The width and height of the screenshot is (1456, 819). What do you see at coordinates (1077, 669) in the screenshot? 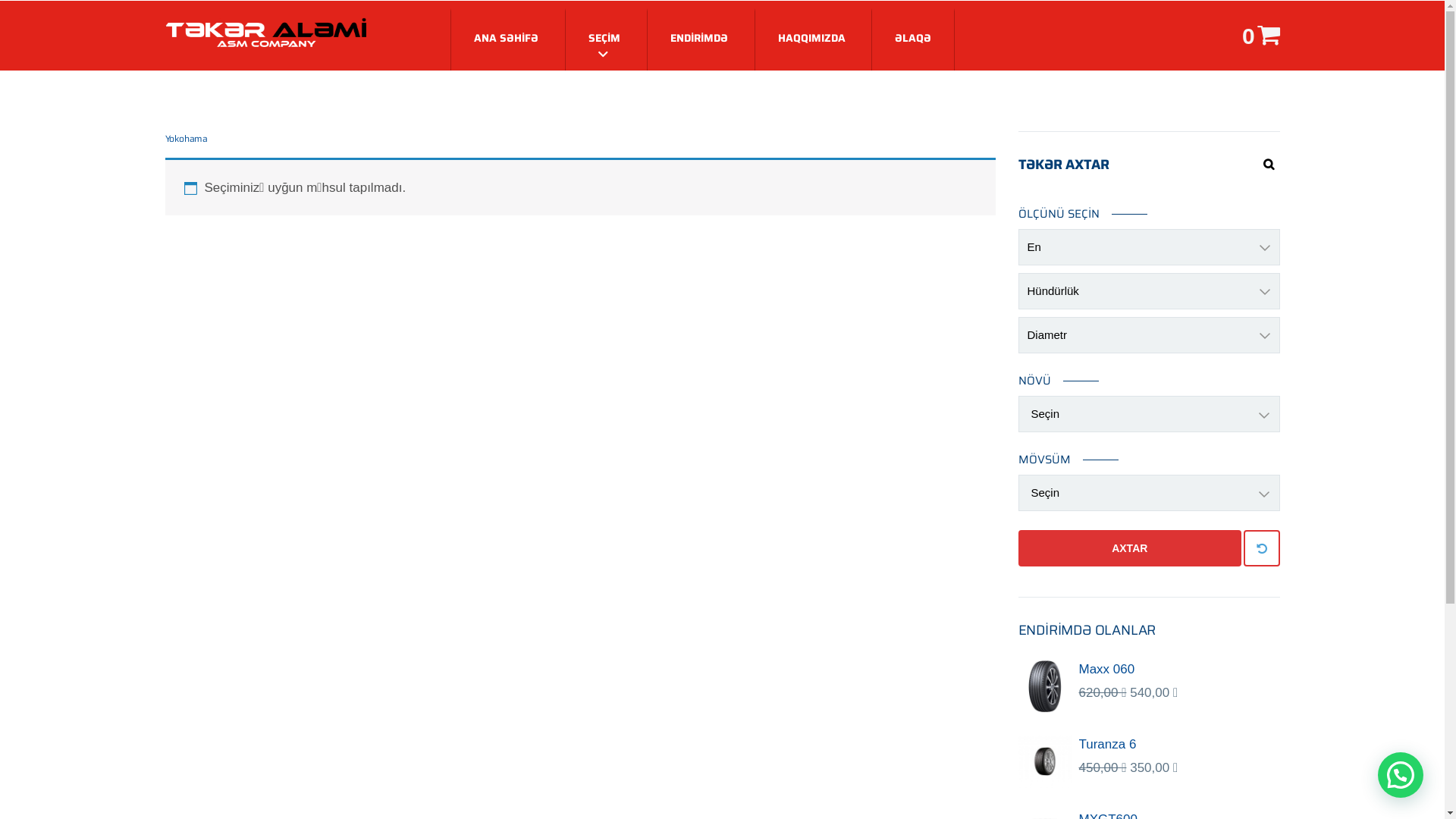
I see `'Maxx 060'` at bounding box center [1077, 669].